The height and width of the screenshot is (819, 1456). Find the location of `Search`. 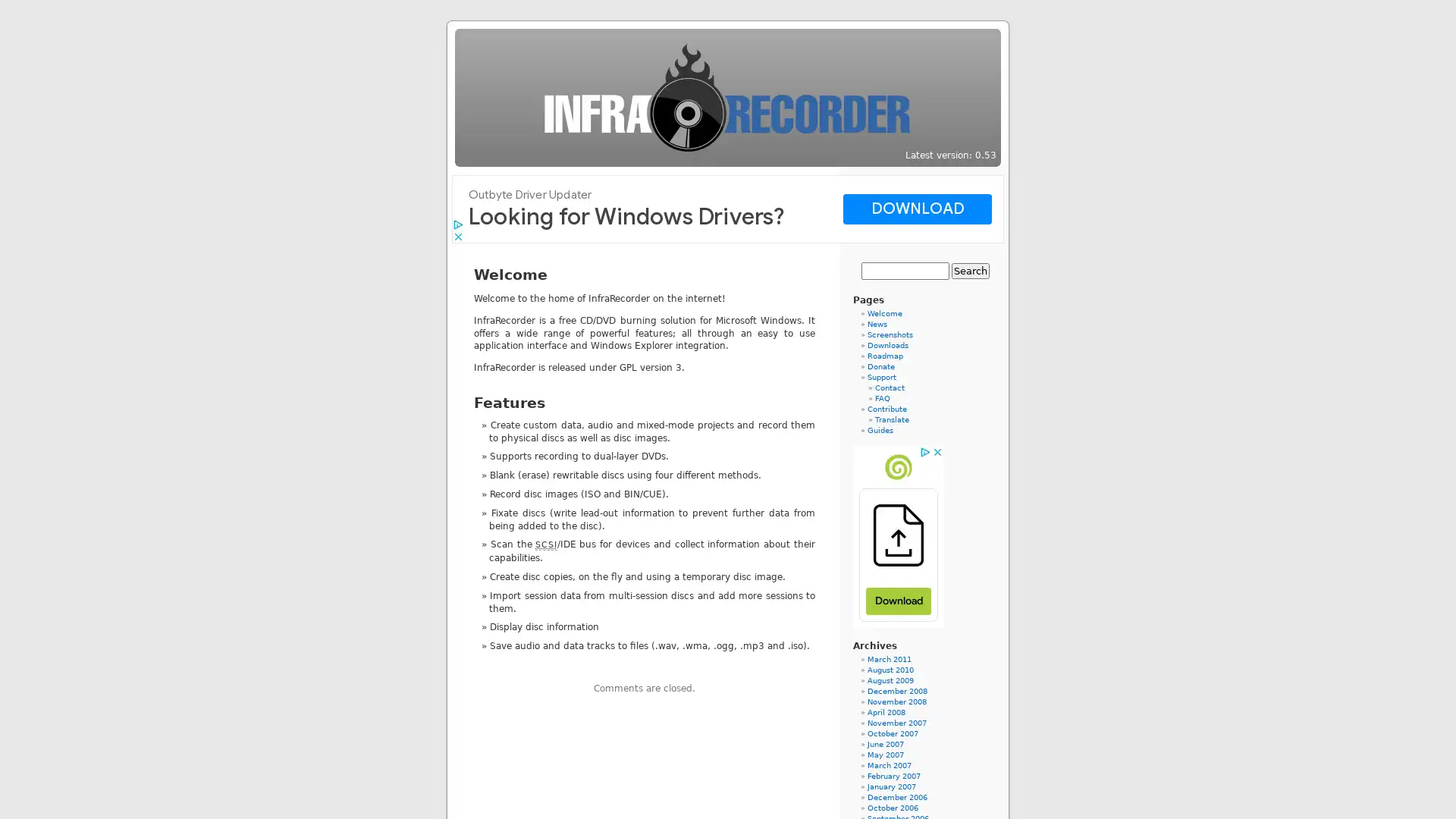

Search is located at coordinates (968, 270).